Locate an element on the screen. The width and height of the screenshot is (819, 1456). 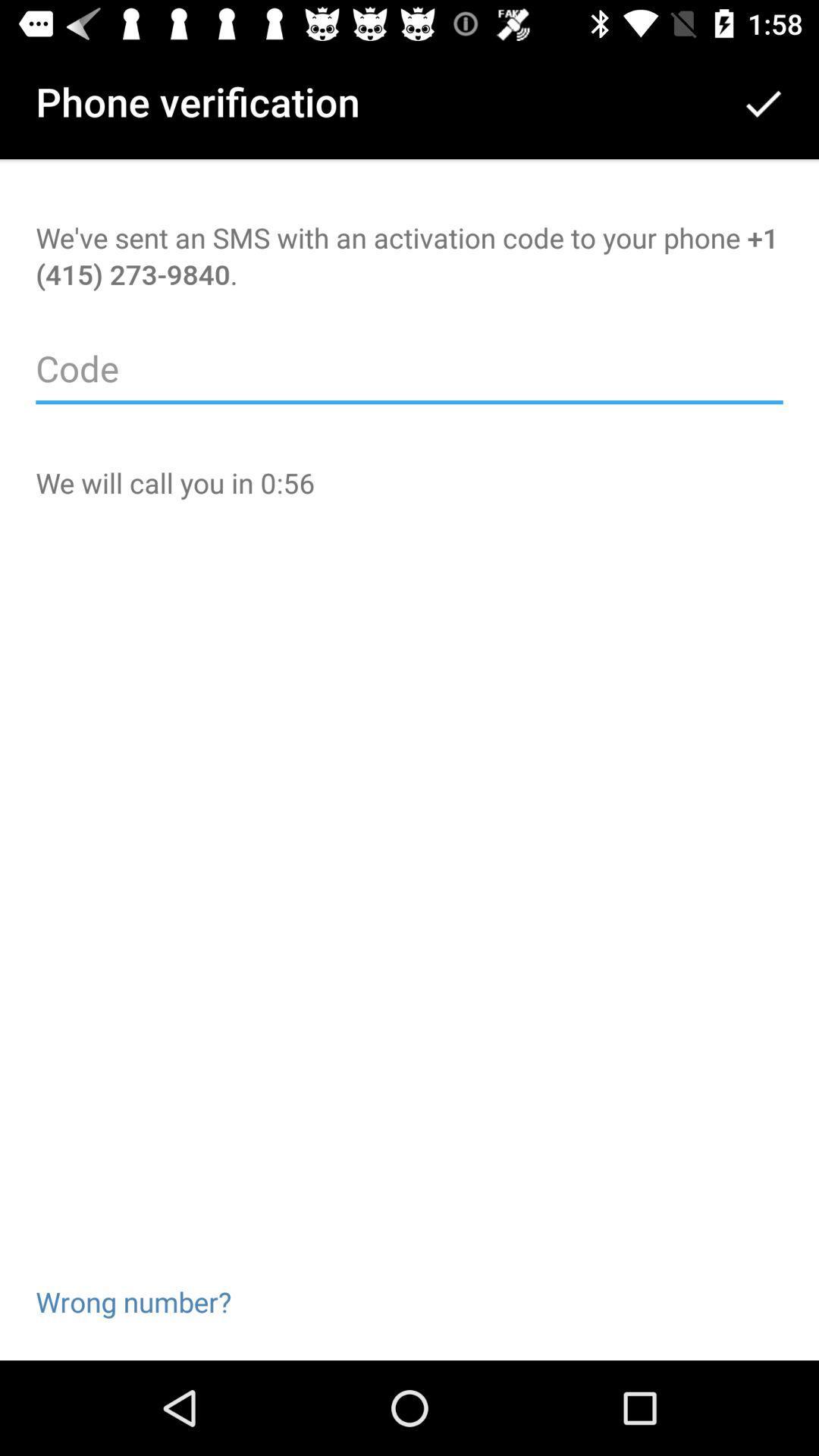
the item at the bottom left corner is located at coordinates (133, 1277).